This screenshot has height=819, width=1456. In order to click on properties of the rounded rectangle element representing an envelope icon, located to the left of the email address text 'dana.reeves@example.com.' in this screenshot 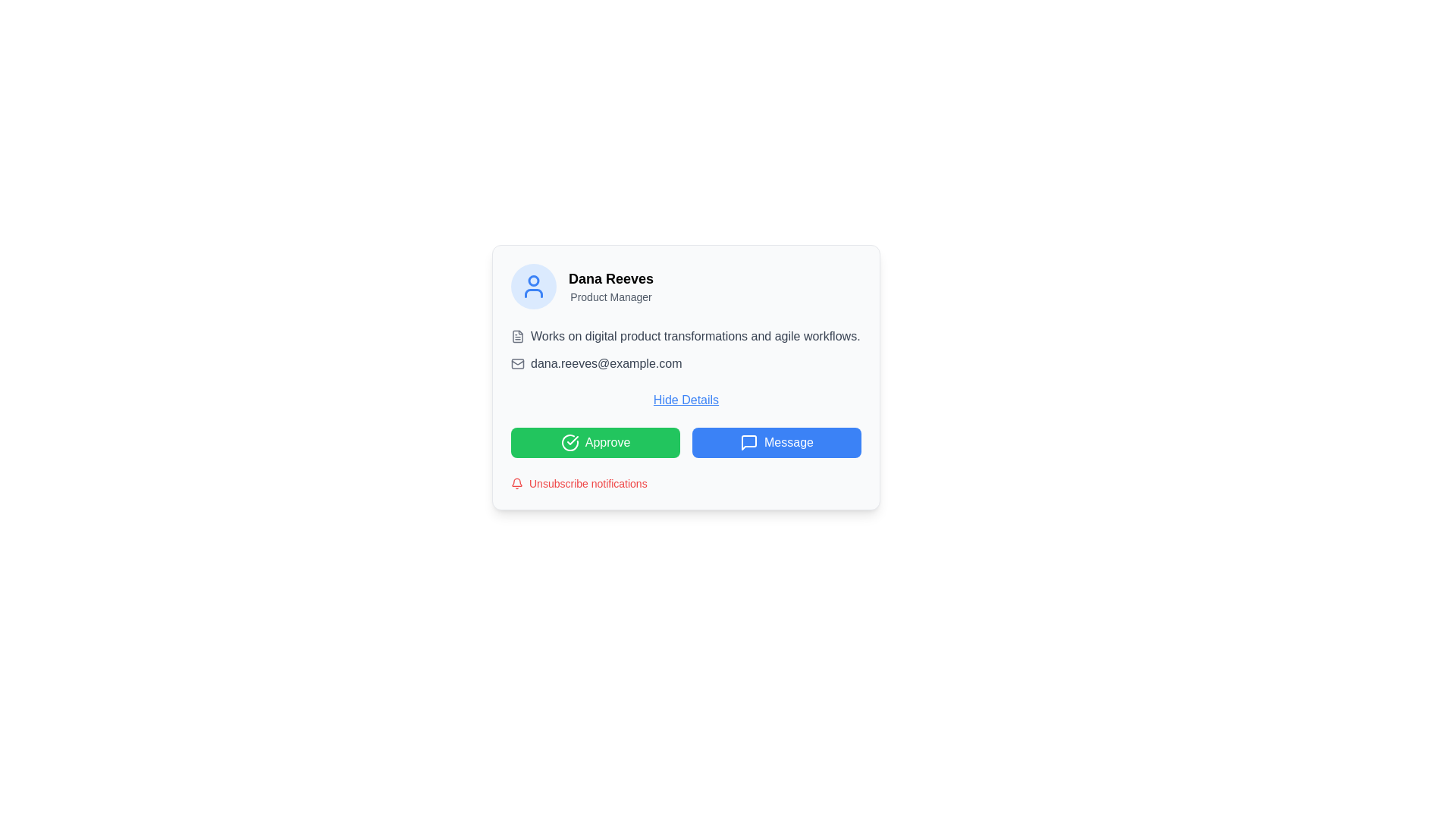, I will do `click(517, 363)`.